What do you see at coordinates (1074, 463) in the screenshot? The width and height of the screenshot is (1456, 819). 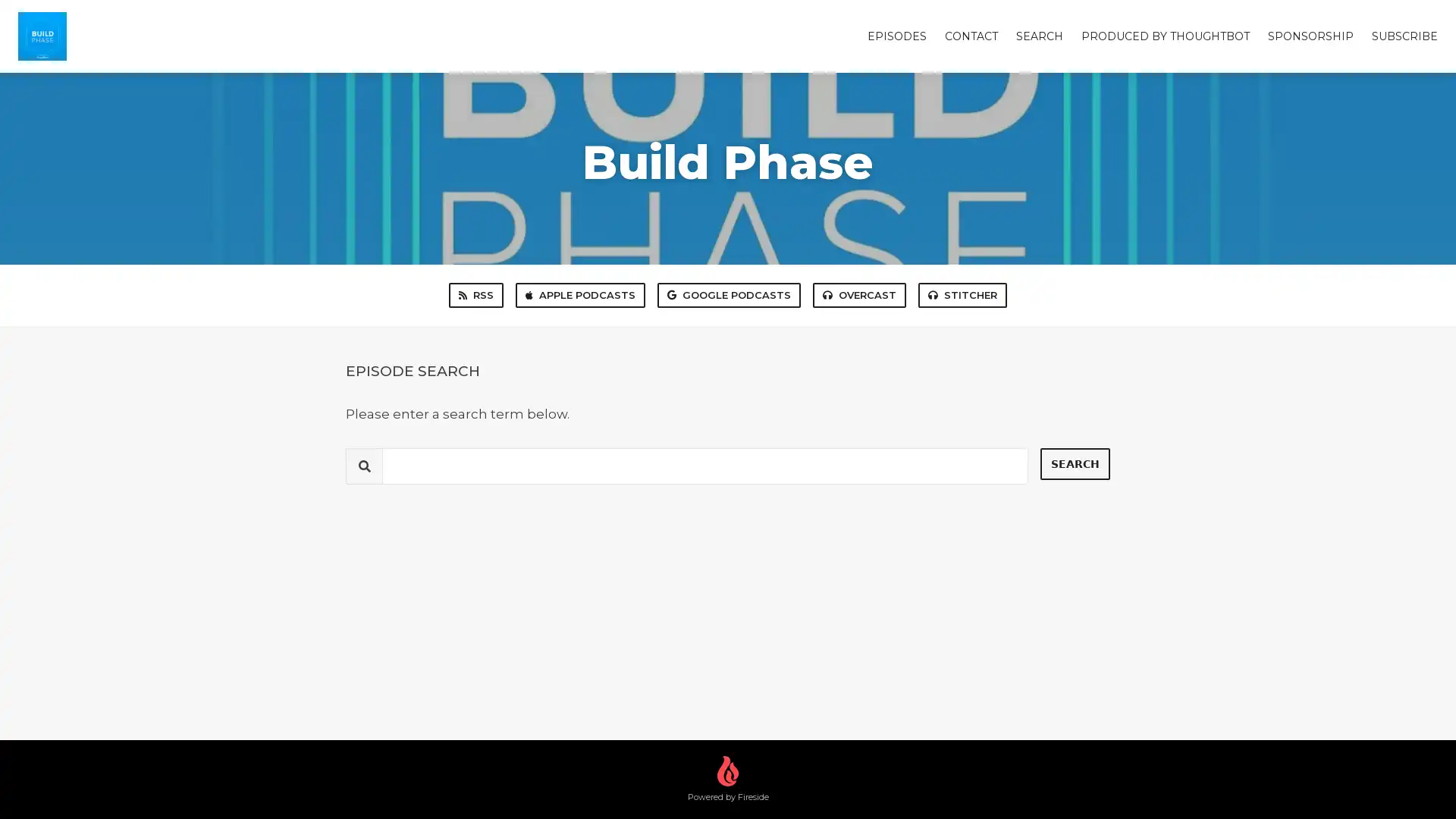 I see `Search` at bounding box center [1074, 463].